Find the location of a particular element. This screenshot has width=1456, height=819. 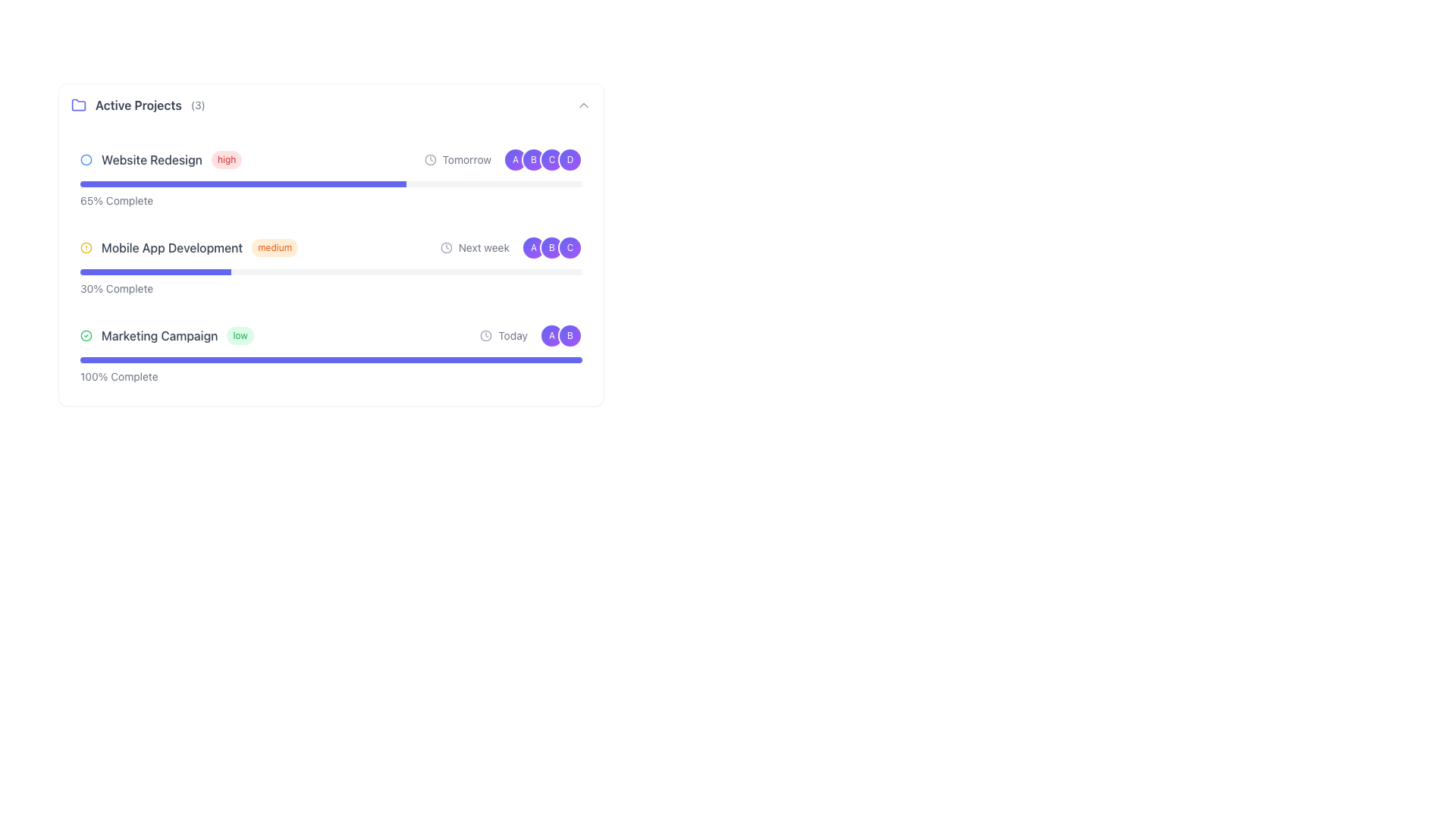

the Label with icon that indicates the deadline for the 'Mobile App Development' project, which shows 'Next week' and is located to the left of the avatar initials (A, B, C) and below the progress bar labeled 'medium' is located at coordinates (474, 247).